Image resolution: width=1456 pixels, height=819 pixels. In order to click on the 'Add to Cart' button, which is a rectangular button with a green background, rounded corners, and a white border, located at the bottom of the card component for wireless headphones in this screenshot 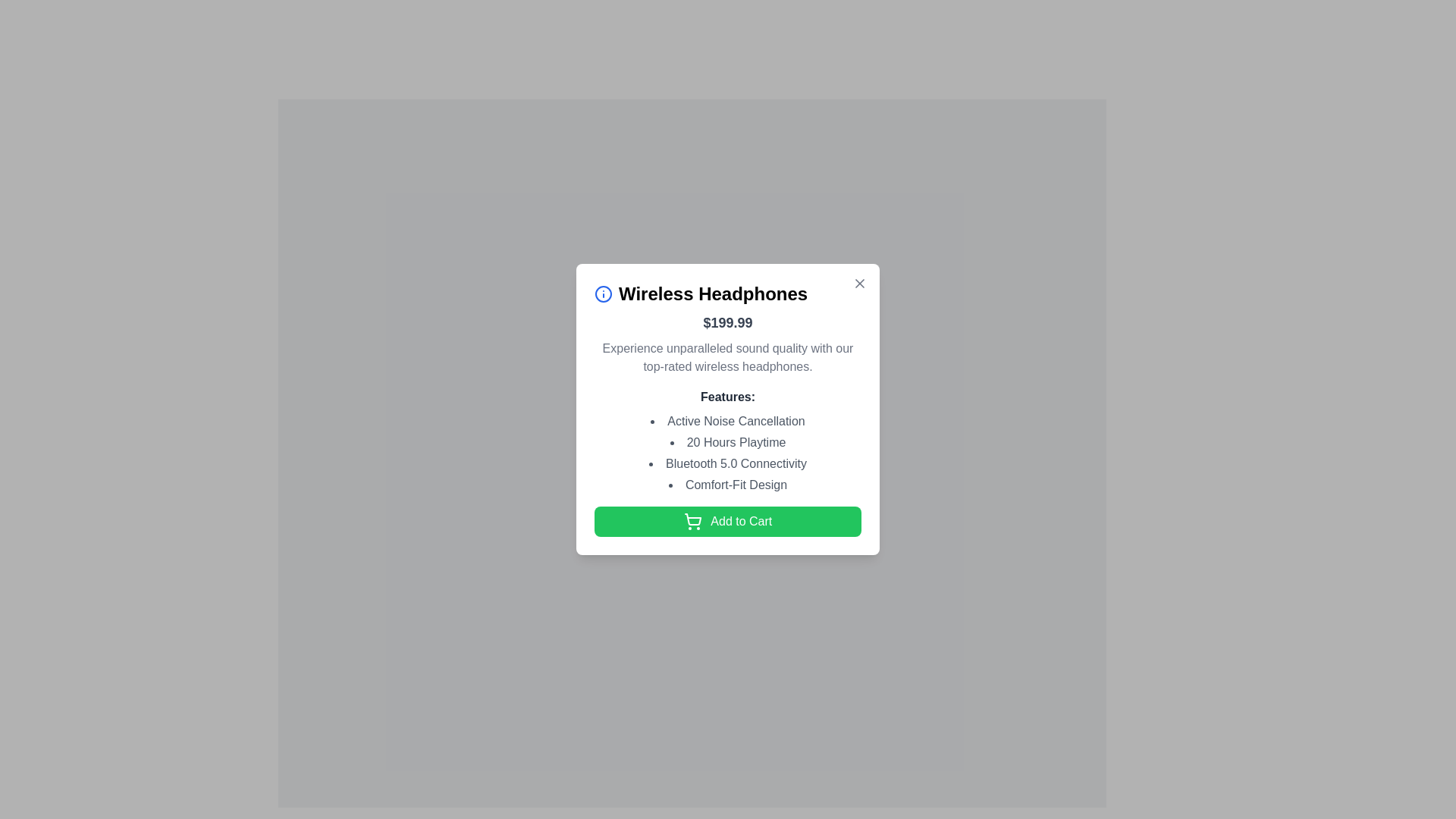, I will do `click(728, 519)`.